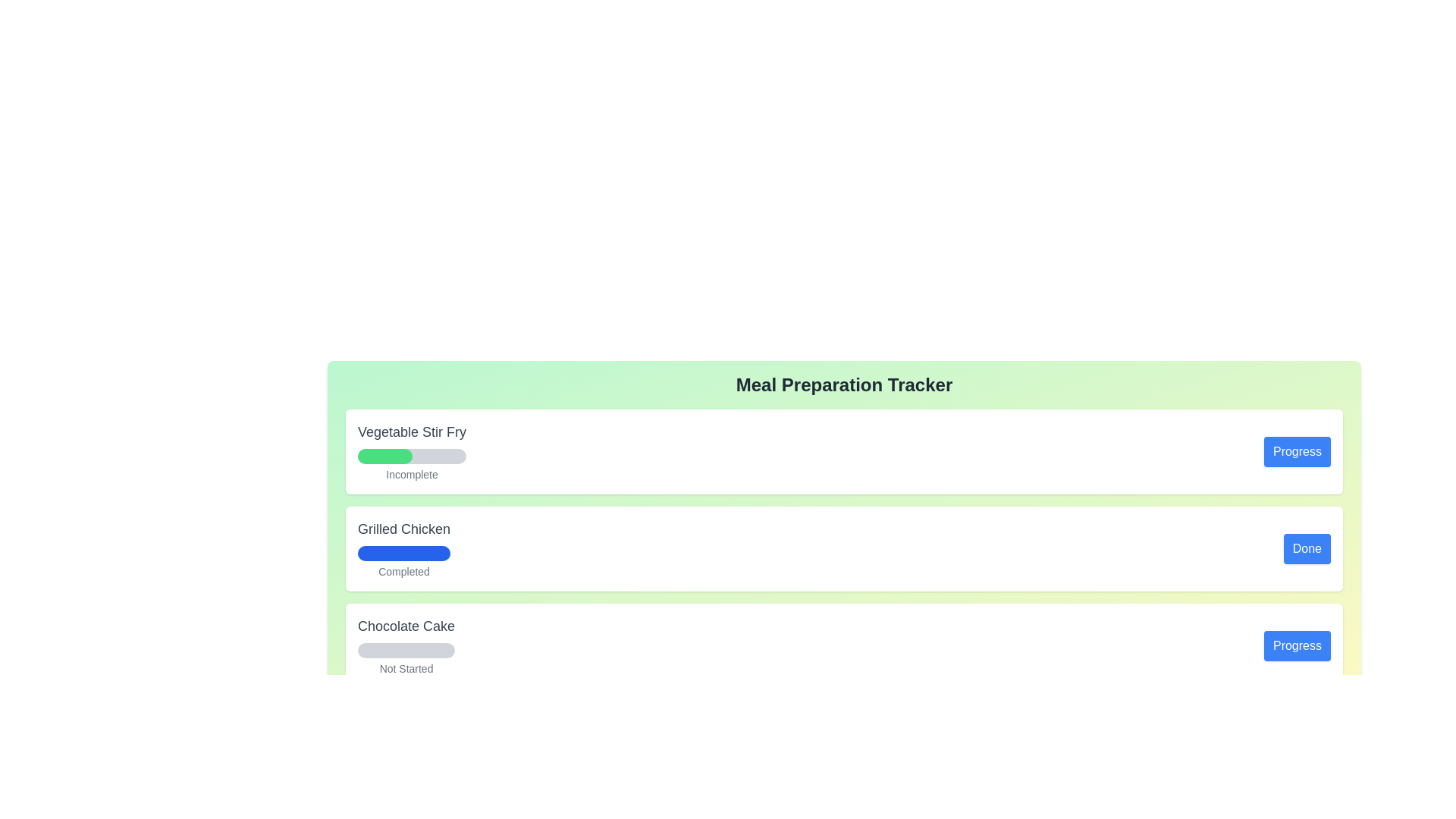 This screenshot has width=1456, height=819. Describe the element at coordinates (406, 646) in the screenshot. I see `displayed text from the Status display component indicating the preparation status of 'Chocolate Cake'` at that location.